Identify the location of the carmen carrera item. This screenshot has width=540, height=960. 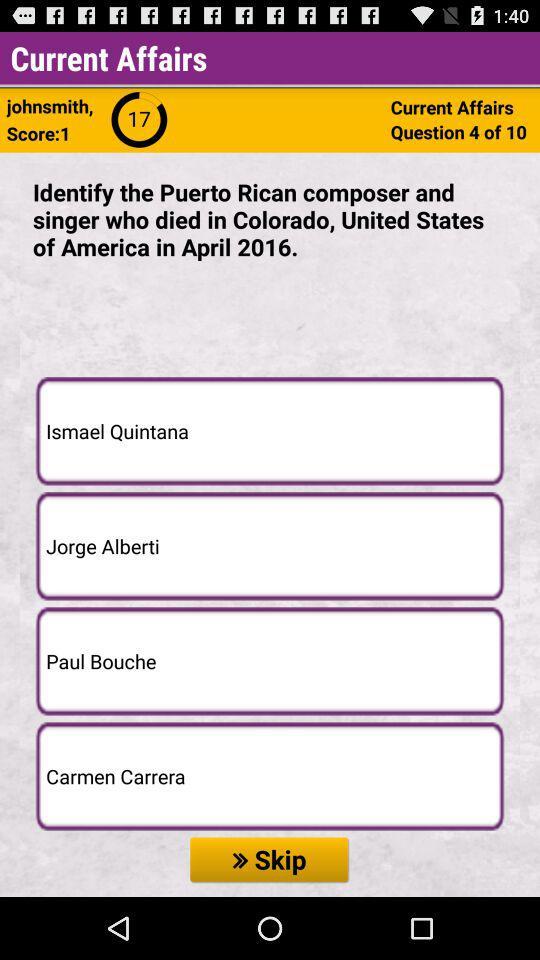
(270, 775).